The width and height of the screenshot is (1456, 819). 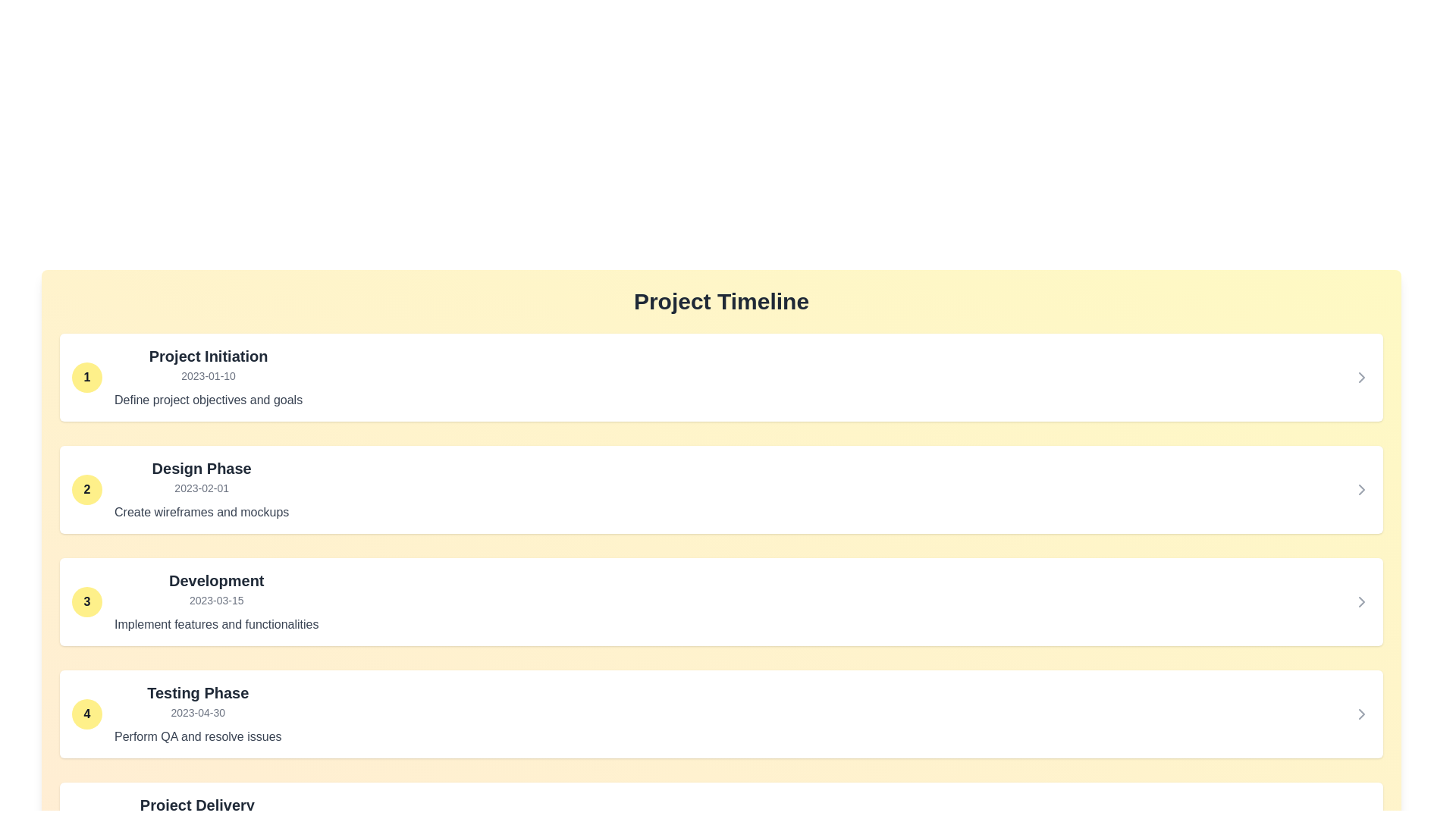 I want to click on the text label that reads 'Create wireframes and mockups', which is styled in medium-dark gray and positioned below the date '2023-02-01' and the title 'Design Phase' in the project timeline interface, so click(x=201, y=512).